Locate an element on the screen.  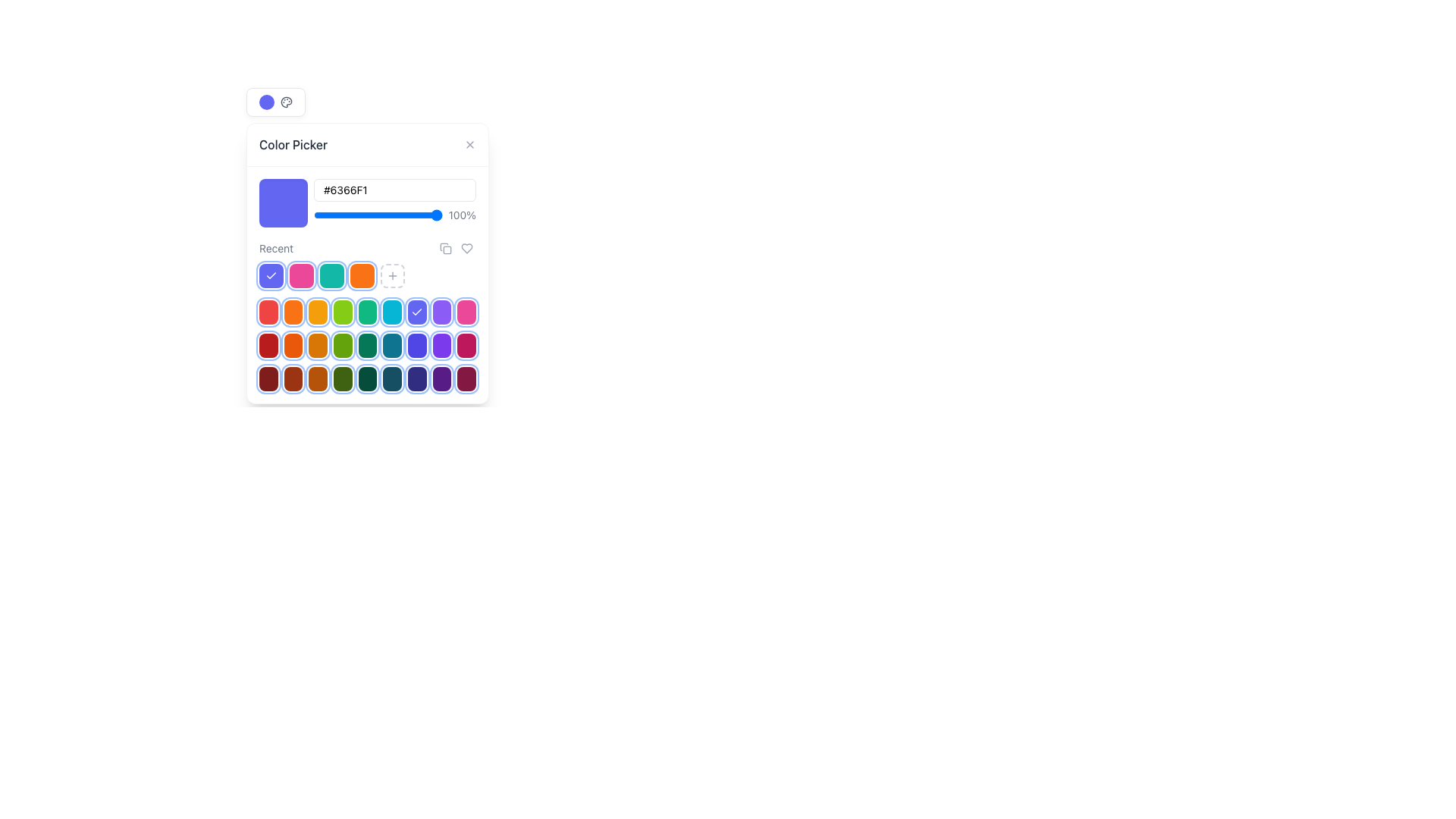
the clickable color selection button, which is the eighth in a horizontal list of color options within the color picker tool, located near the bottom of the dialogue is located at coordinates (441, 345).